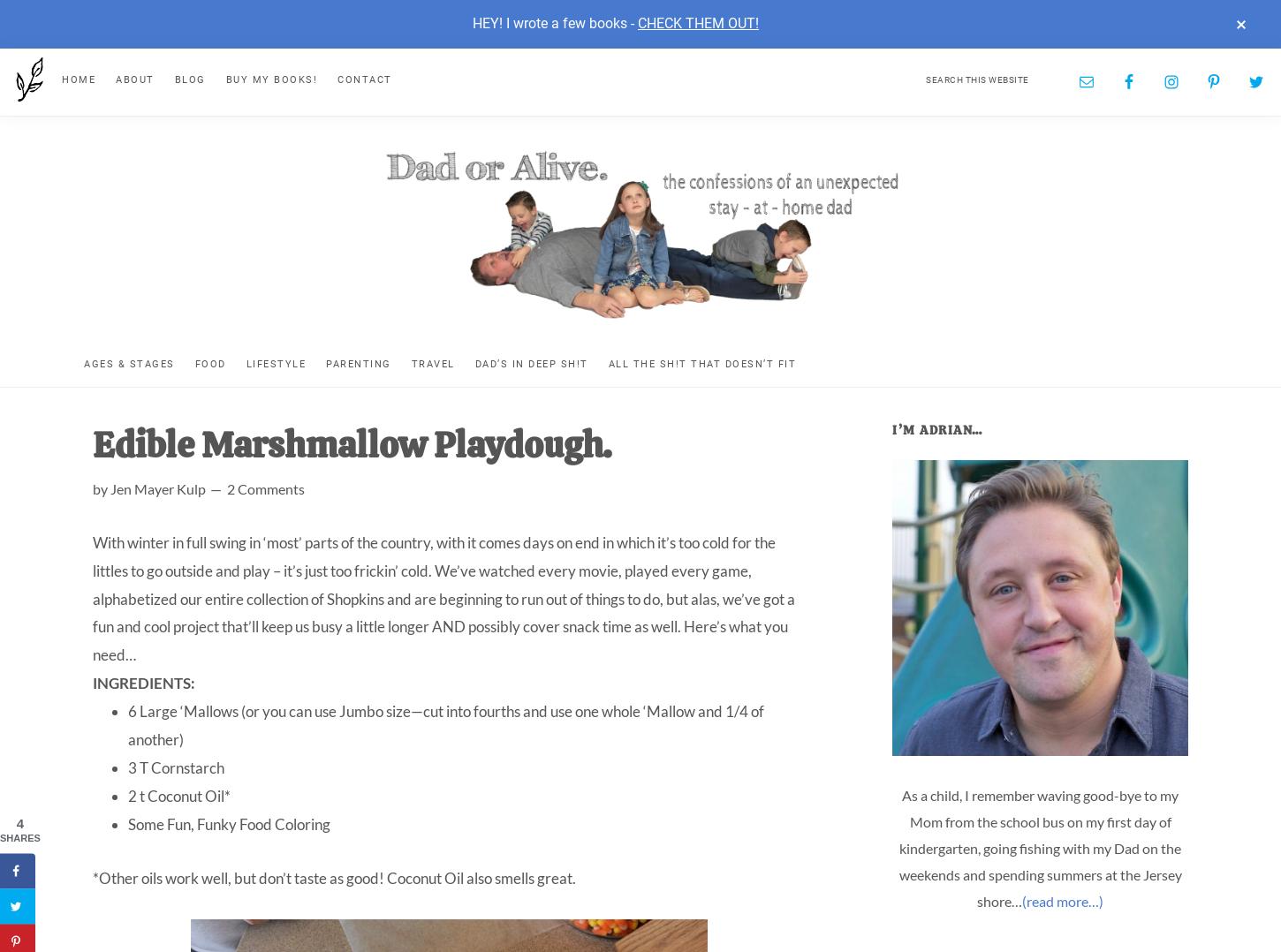 Image resolution: width=1281 pixels, height=952 pixels. What do you see at coordinates (336, 78) in the screenshot?
I see `'Contact'` at bounding box center [336, 78].